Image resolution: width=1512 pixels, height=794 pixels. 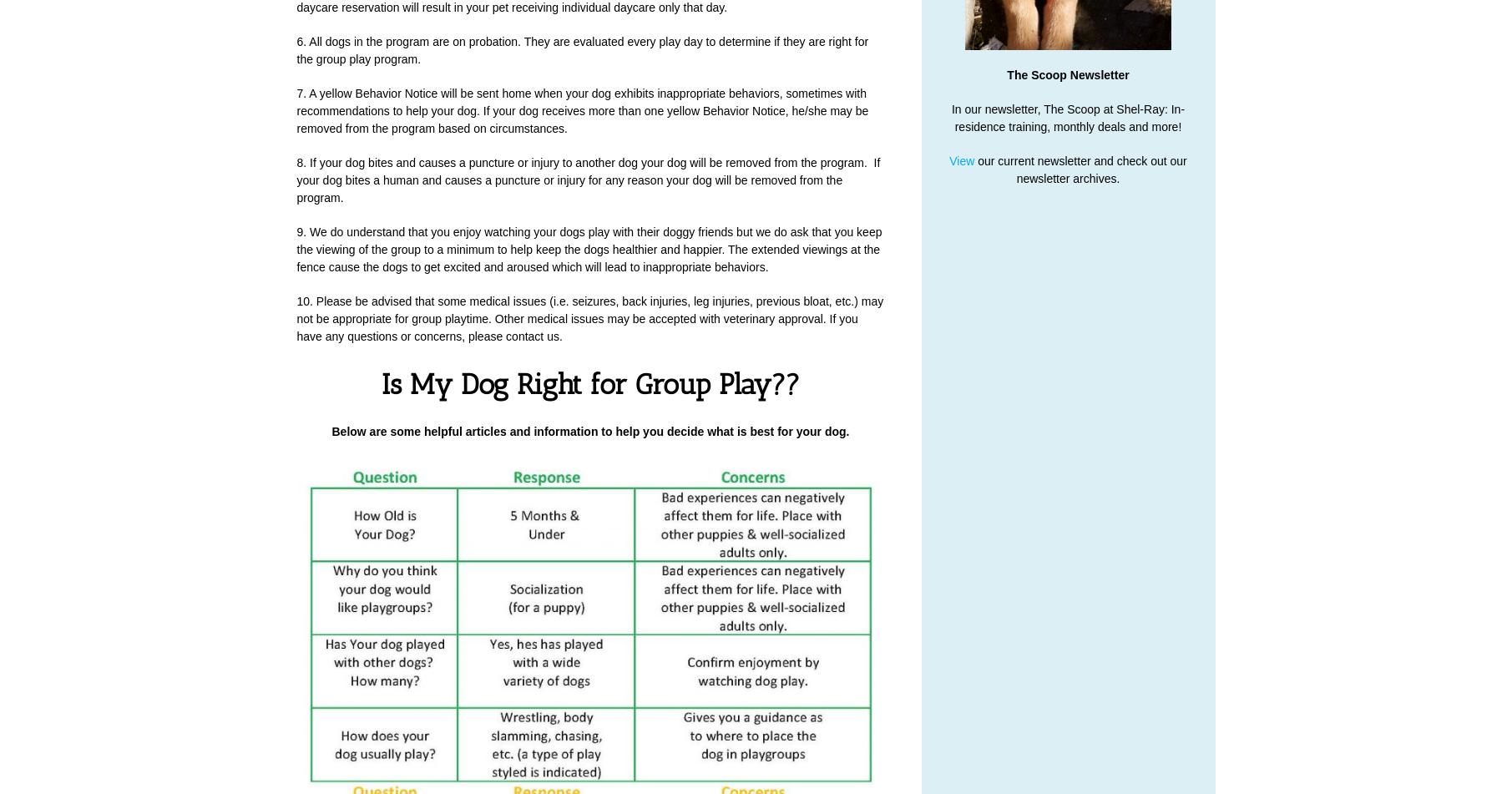 What do you see at coordinates (589, 430) in the screenshot?
I see `'Below are some helpful articles and information to help you decide what is best for your dog.'` at bounding box center [589, 430].